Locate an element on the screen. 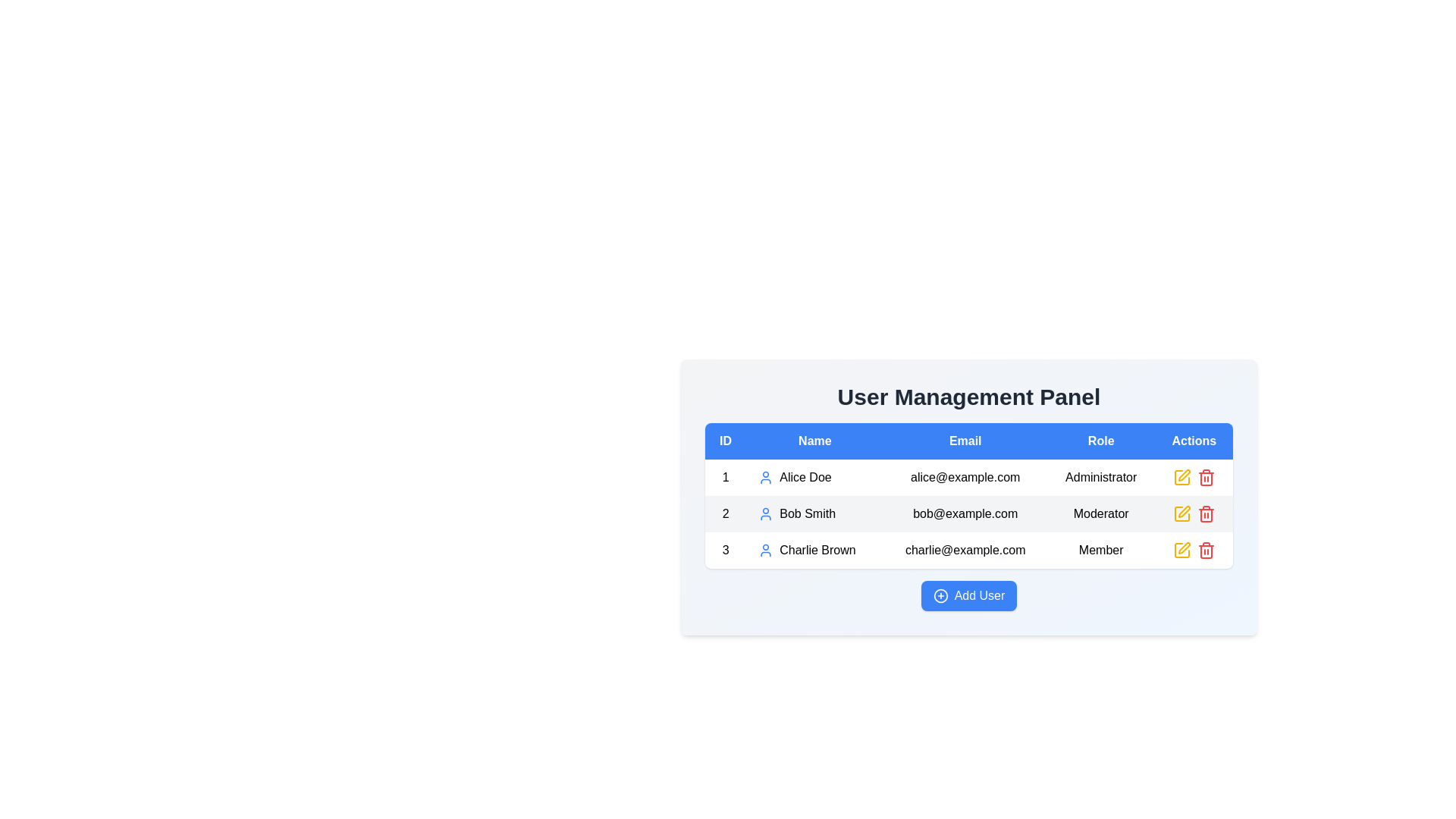  the yellow pencil icon in the Actions column of the third row for the entry of 'Charlie Brown' is located at coordinates (1181, 550).